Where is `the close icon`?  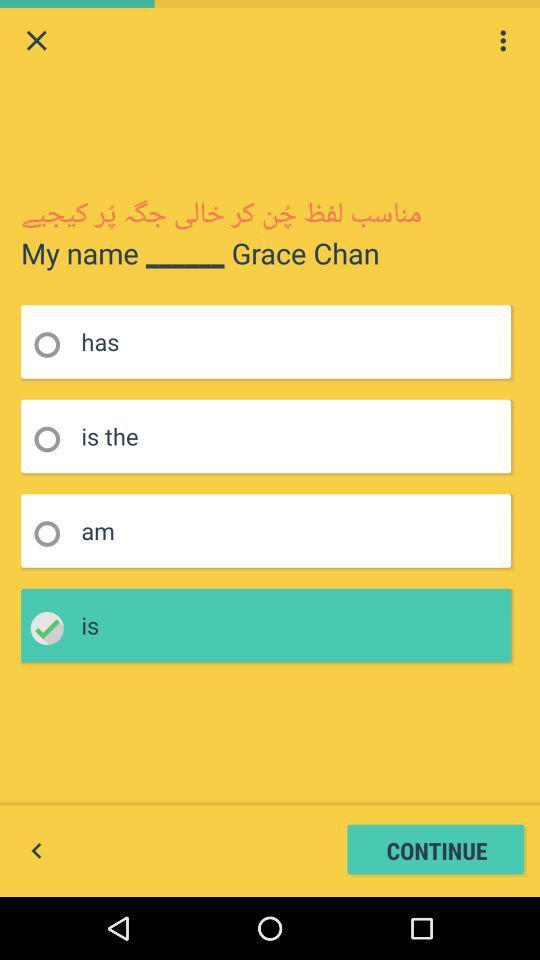 the close icon is located at coordinates (36, 42).